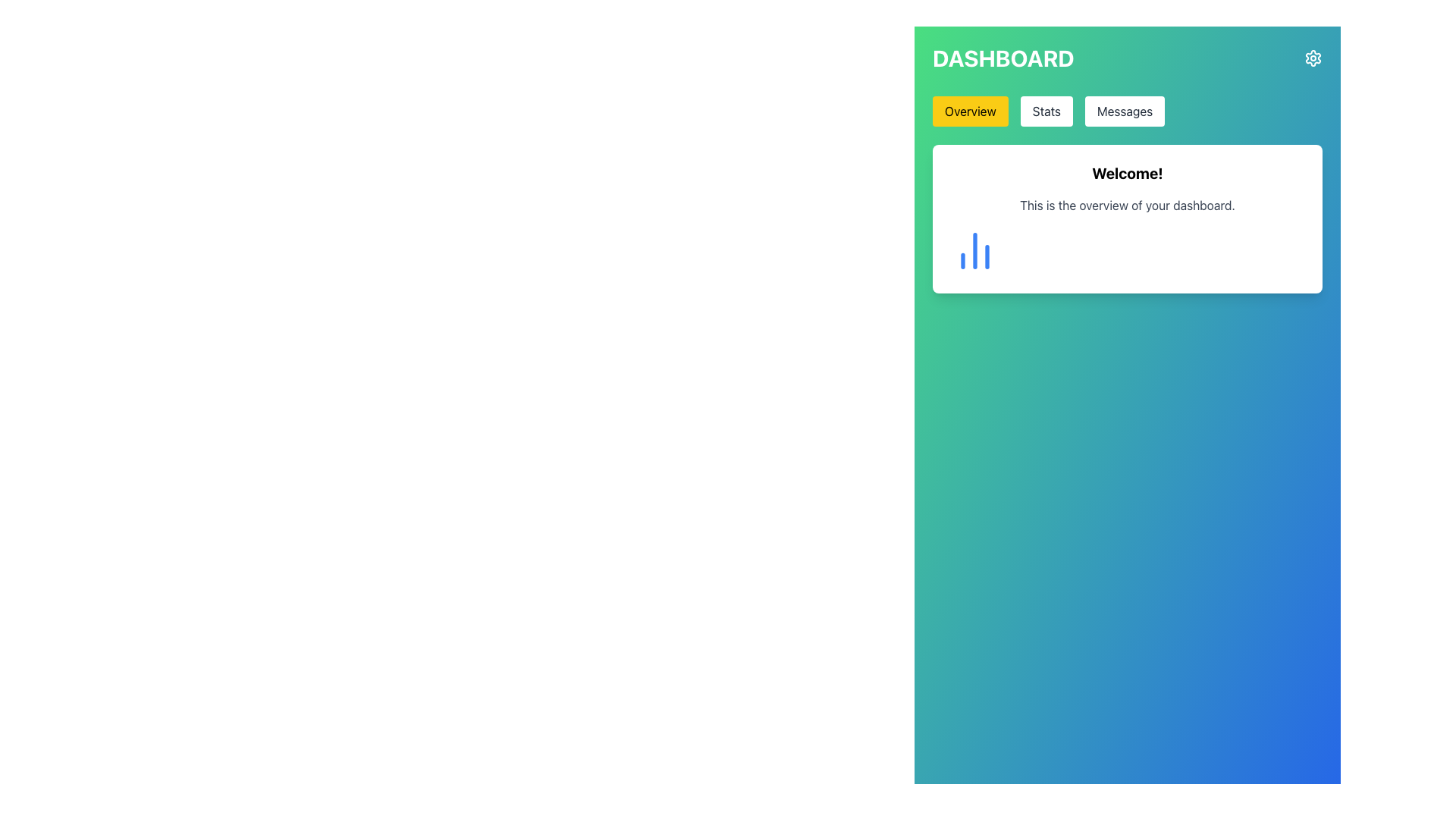  I want to click on the icon located within the white box titled 'Welcome!' that contains the description 'This is the overview of your dashboard.' The icon is situated below the title and description text, slightly shifted to the left side of the box, so click(975, 250).